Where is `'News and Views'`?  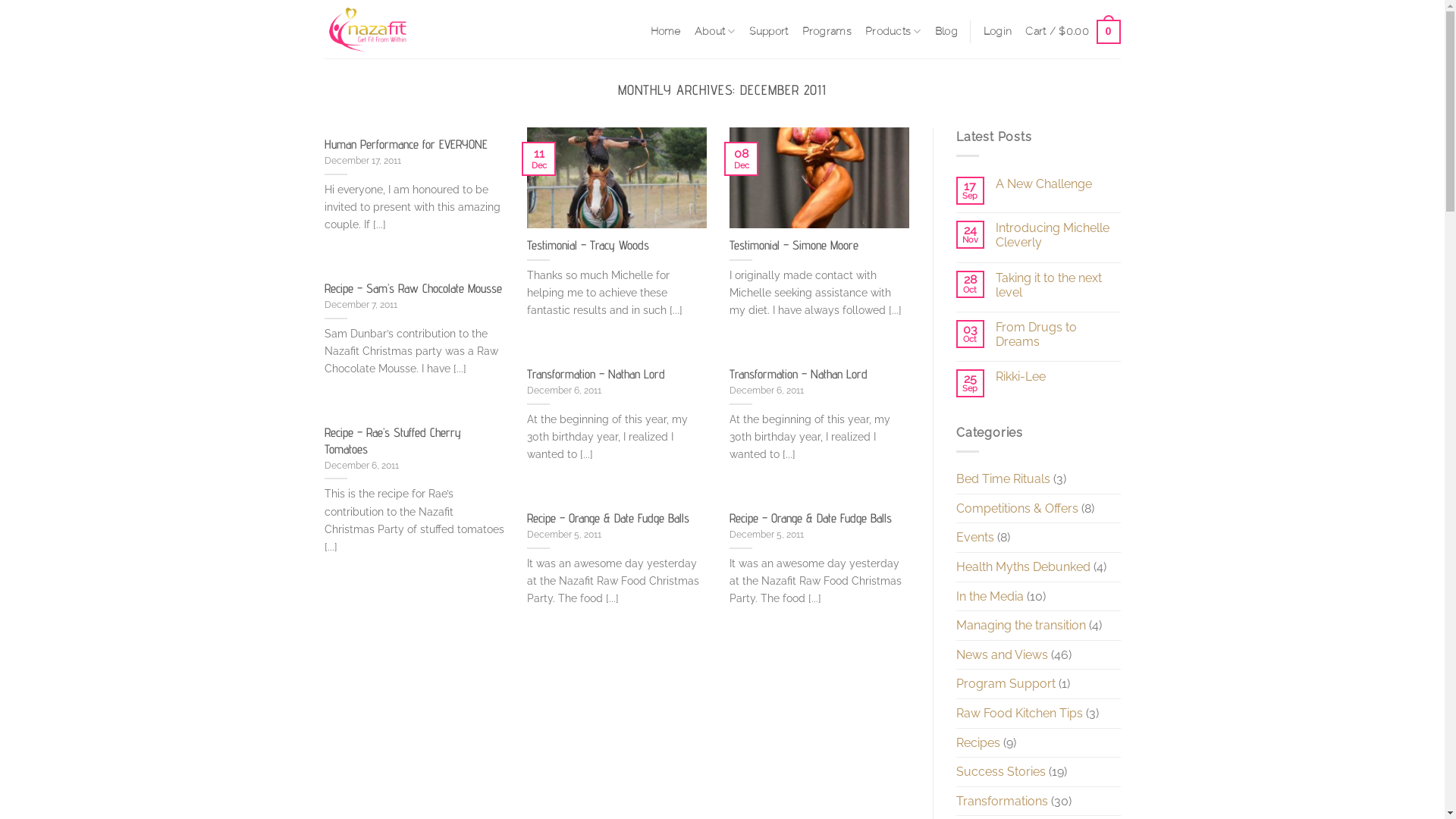
'News and Views' is located at coordinates (1002, 654).